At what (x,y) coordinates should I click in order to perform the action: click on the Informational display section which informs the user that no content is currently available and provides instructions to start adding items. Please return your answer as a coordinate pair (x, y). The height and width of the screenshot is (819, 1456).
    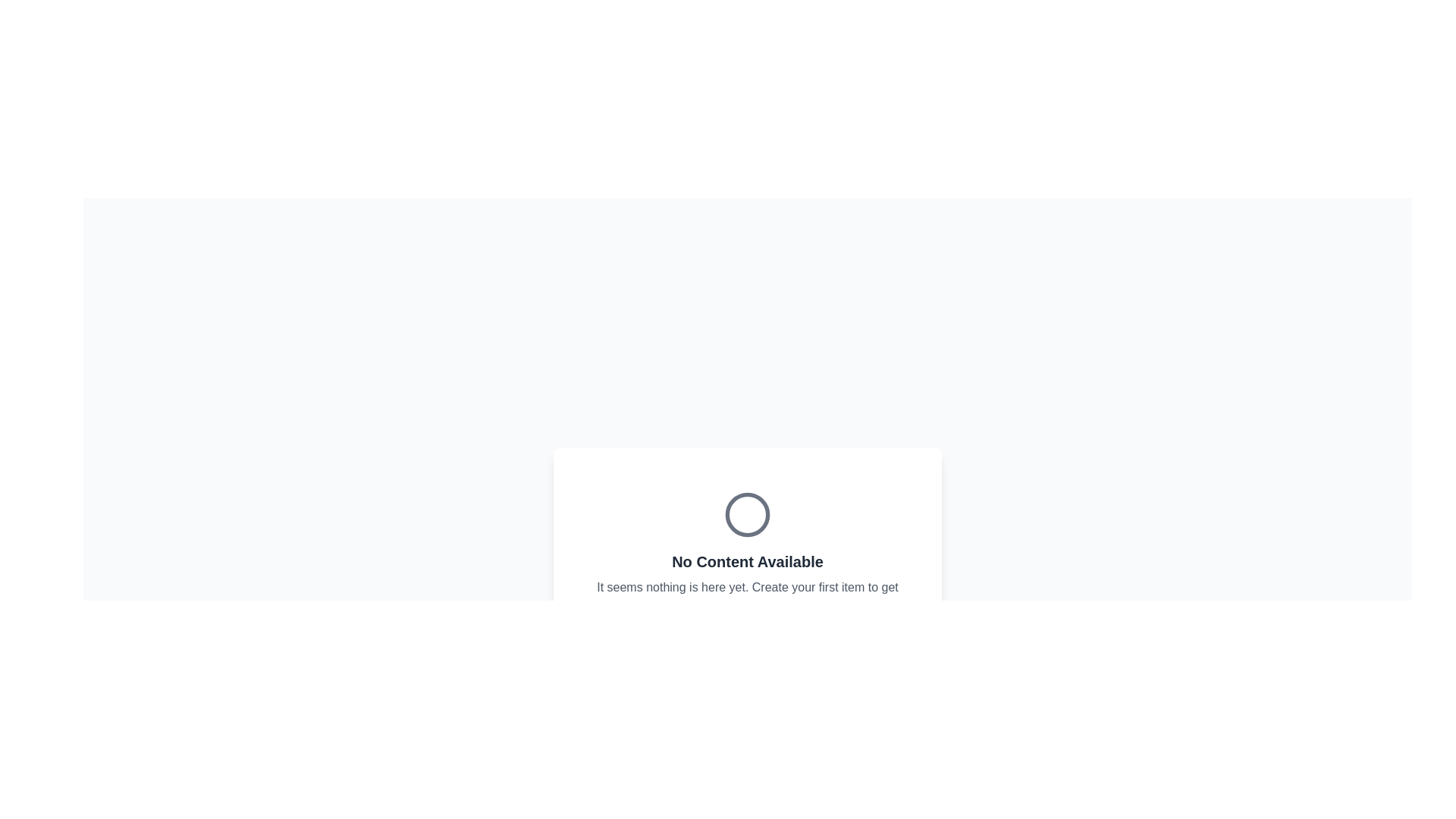
    Looking at the image, I should click on (747, 607).